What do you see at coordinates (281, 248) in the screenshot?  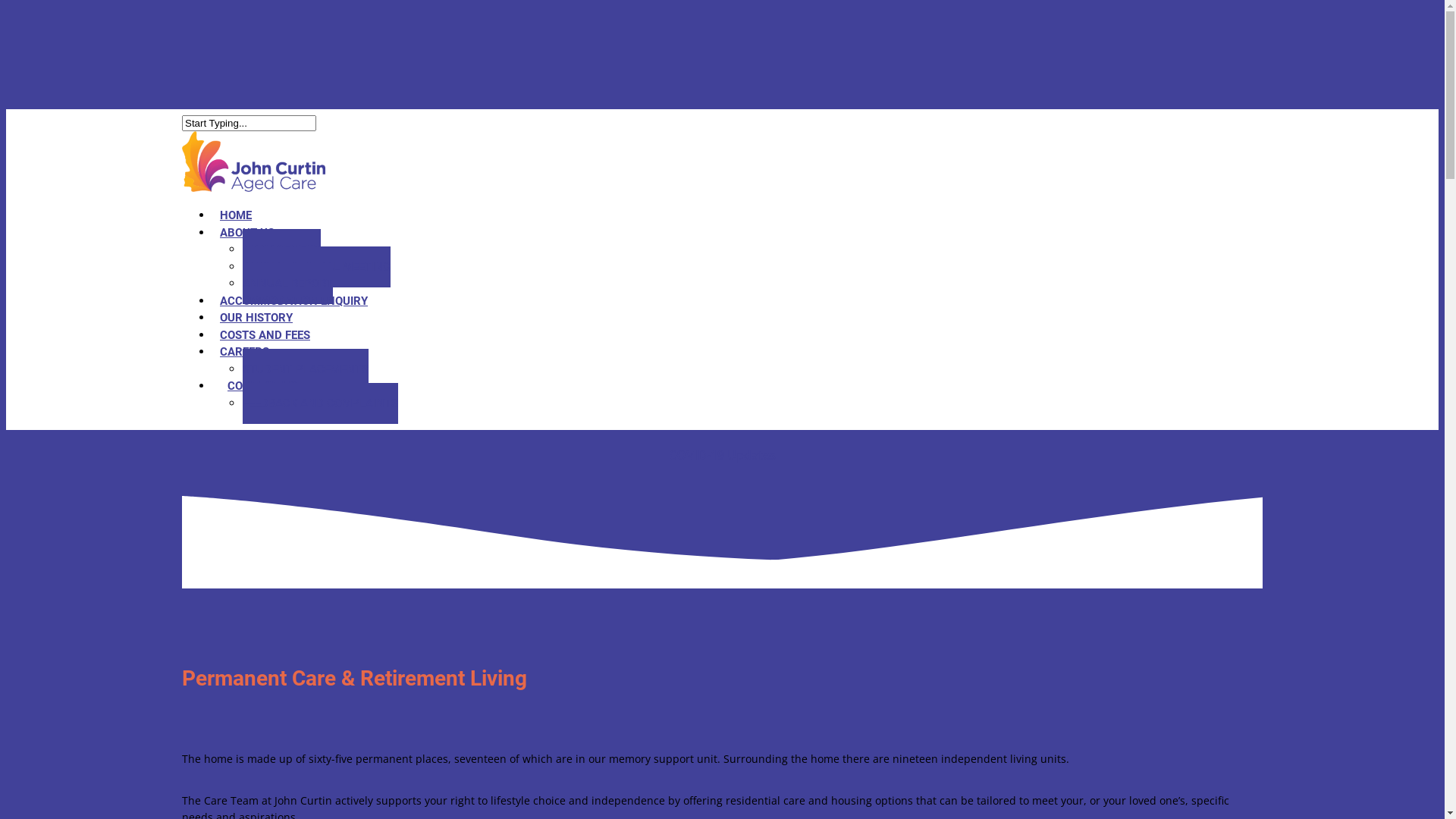 I see `'MANAGEMENT'` at bounding box center [281, 248].